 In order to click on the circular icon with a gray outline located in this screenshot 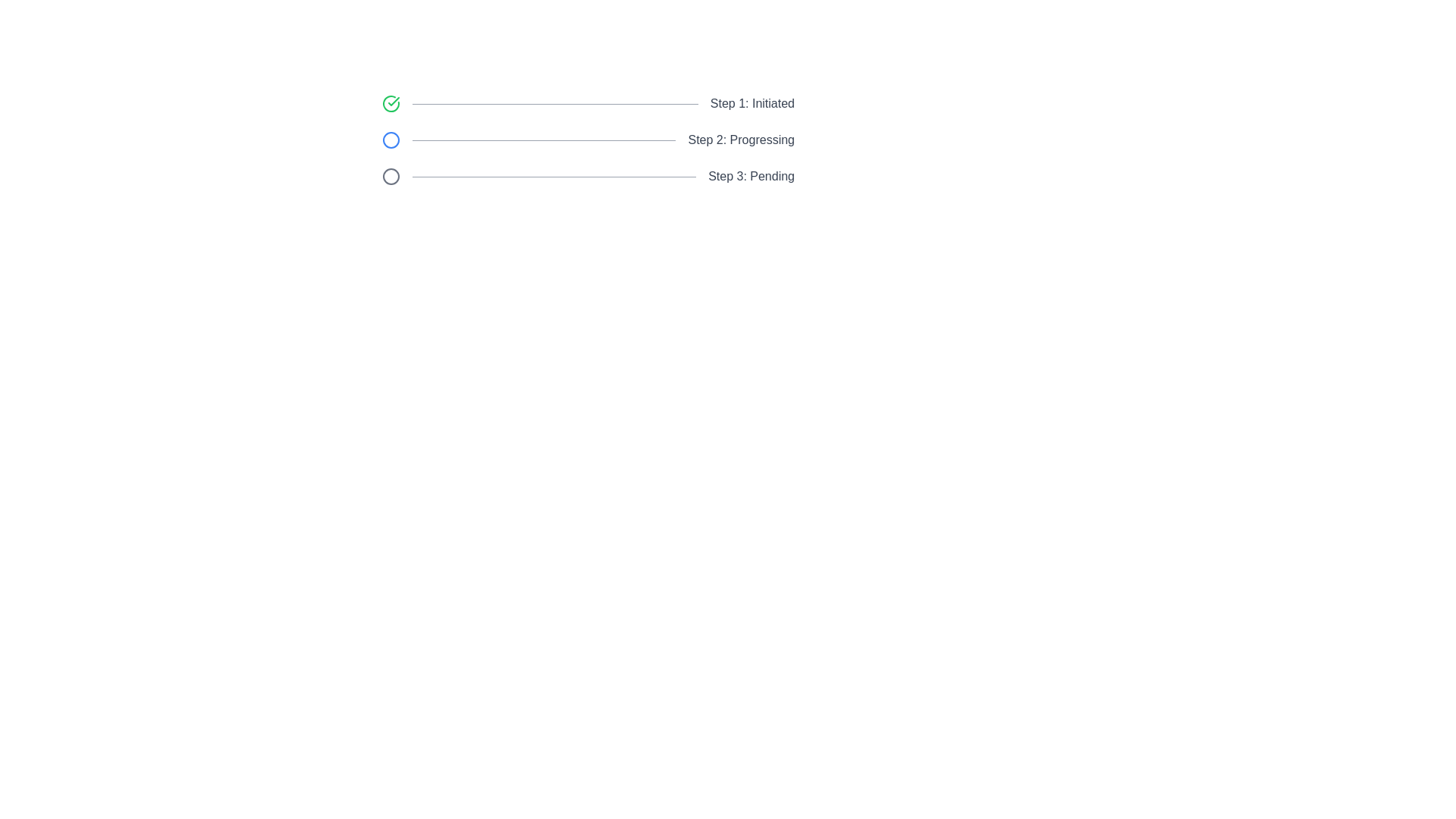, I will do `click(391, 175)`.